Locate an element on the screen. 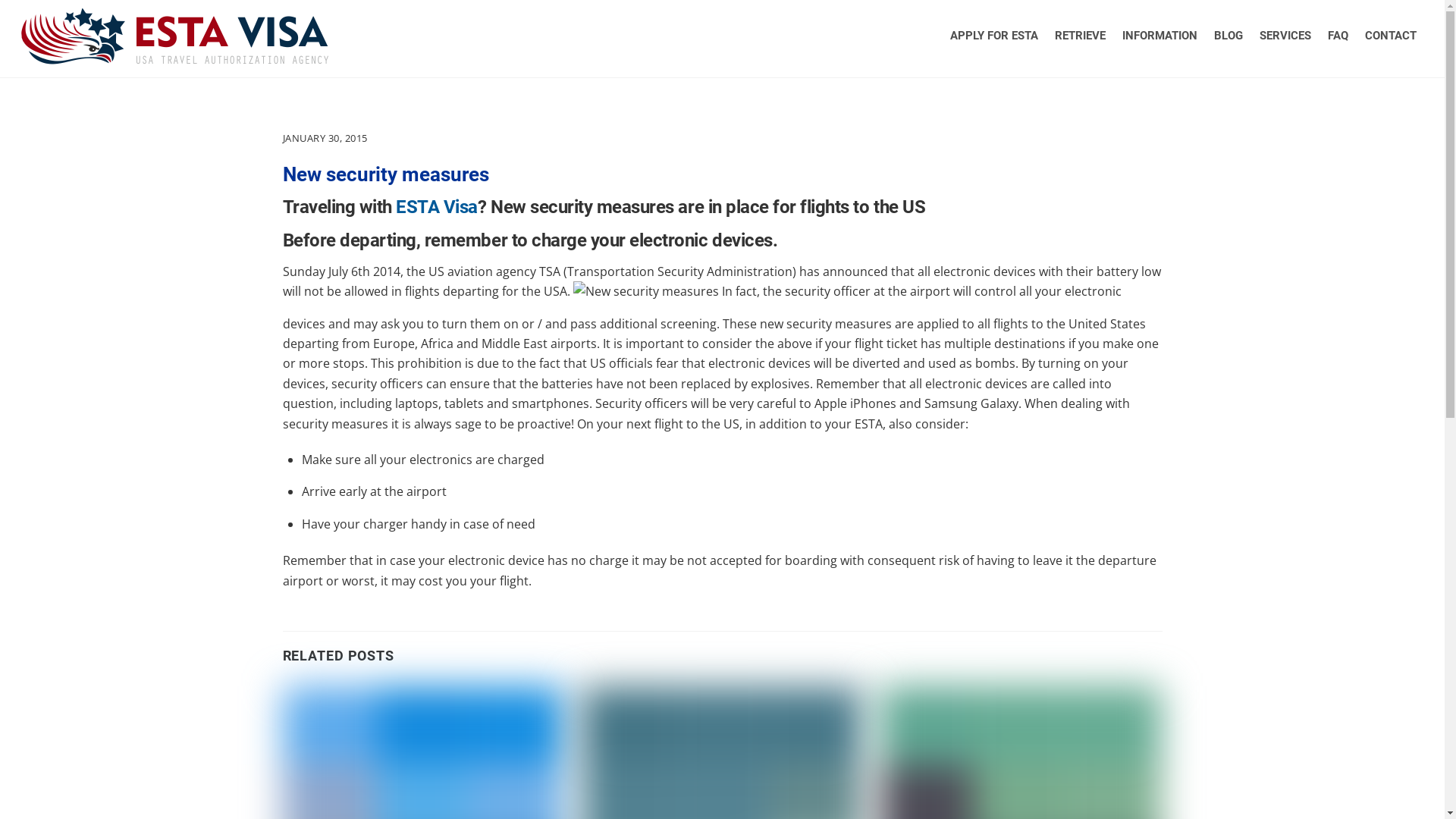 The image size is (1456, 819). 'FAQ' is located at coordinates (1338, 34).